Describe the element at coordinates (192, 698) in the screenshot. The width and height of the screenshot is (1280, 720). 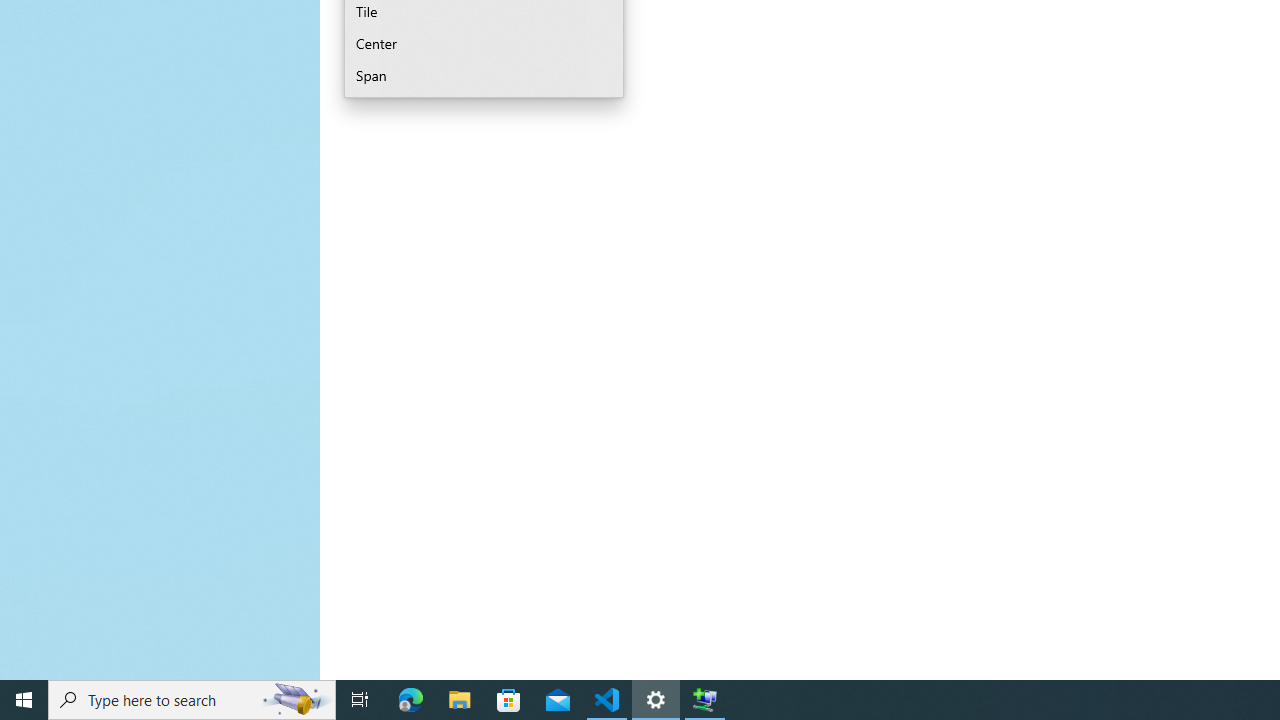
I see `'Type here to search'` at that location.